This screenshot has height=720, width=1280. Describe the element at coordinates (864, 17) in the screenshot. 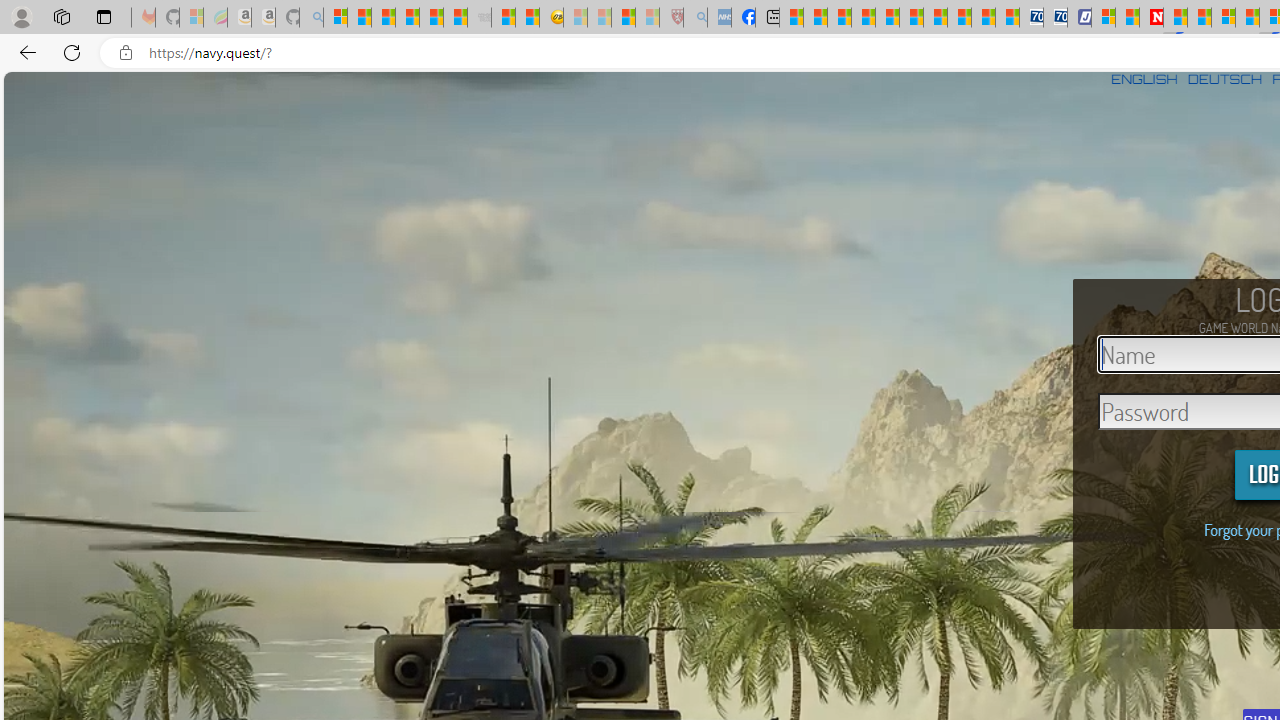

I see `'Climate Damage Becomes Too Severe To Reverse'` at that location.